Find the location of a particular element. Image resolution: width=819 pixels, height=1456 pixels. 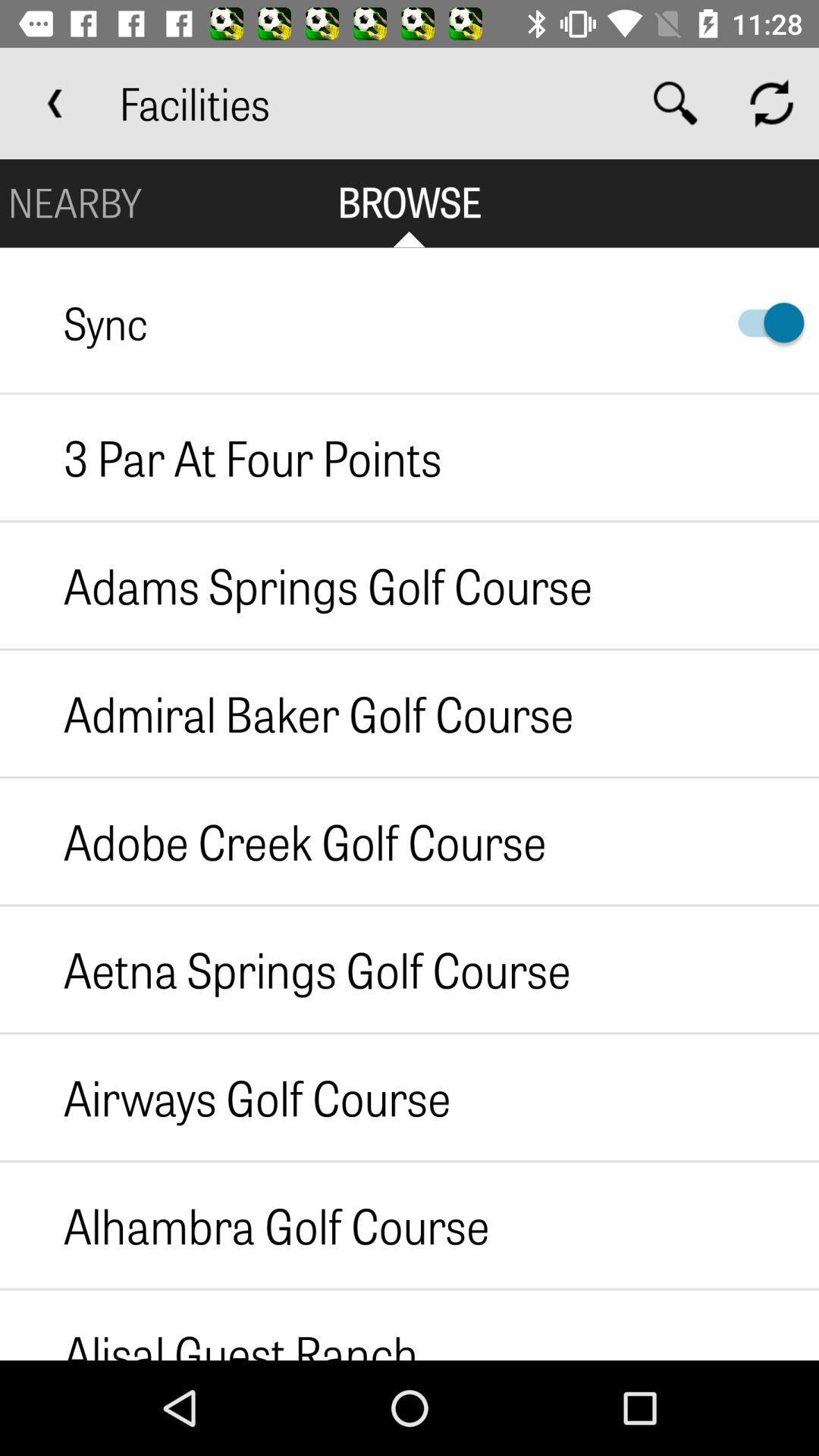

app next to facilities item is located at coordinates (55, 102).